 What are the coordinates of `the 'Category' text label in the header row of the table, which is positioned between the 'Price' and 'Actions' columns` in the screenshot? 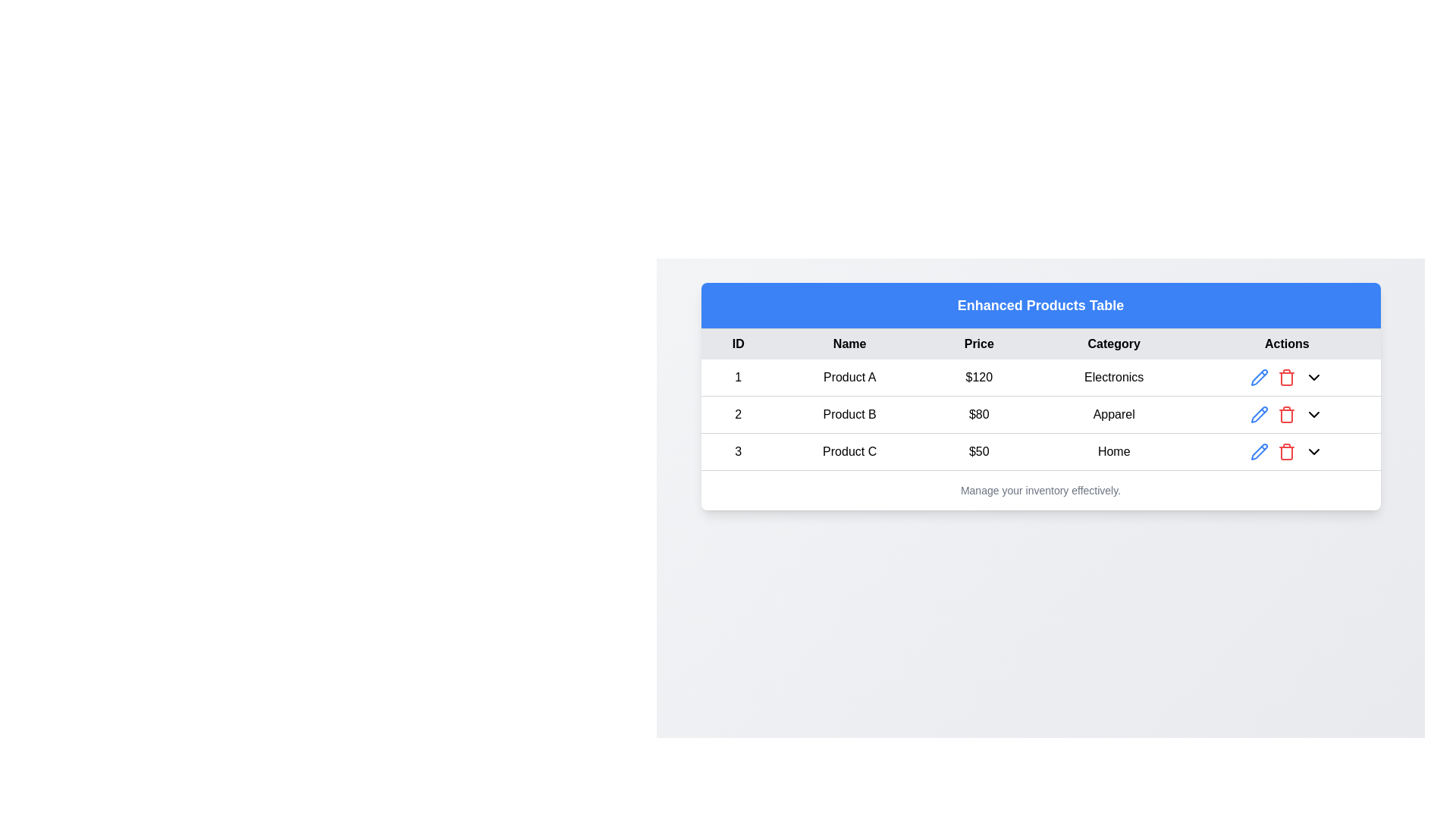 It's located at (1114, 344).